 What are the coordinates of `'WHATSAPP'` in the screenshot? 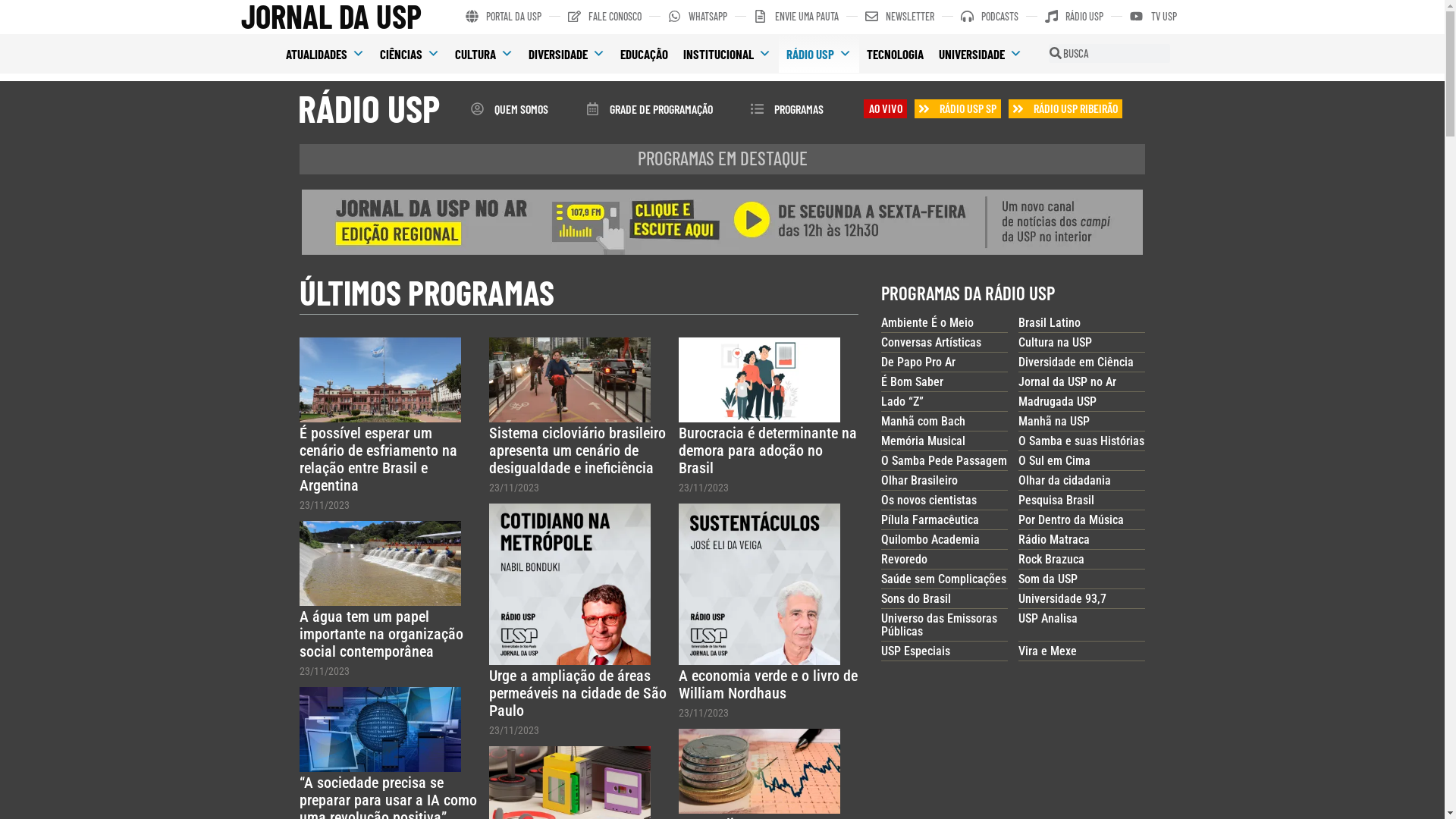 It's located at (697, 16).